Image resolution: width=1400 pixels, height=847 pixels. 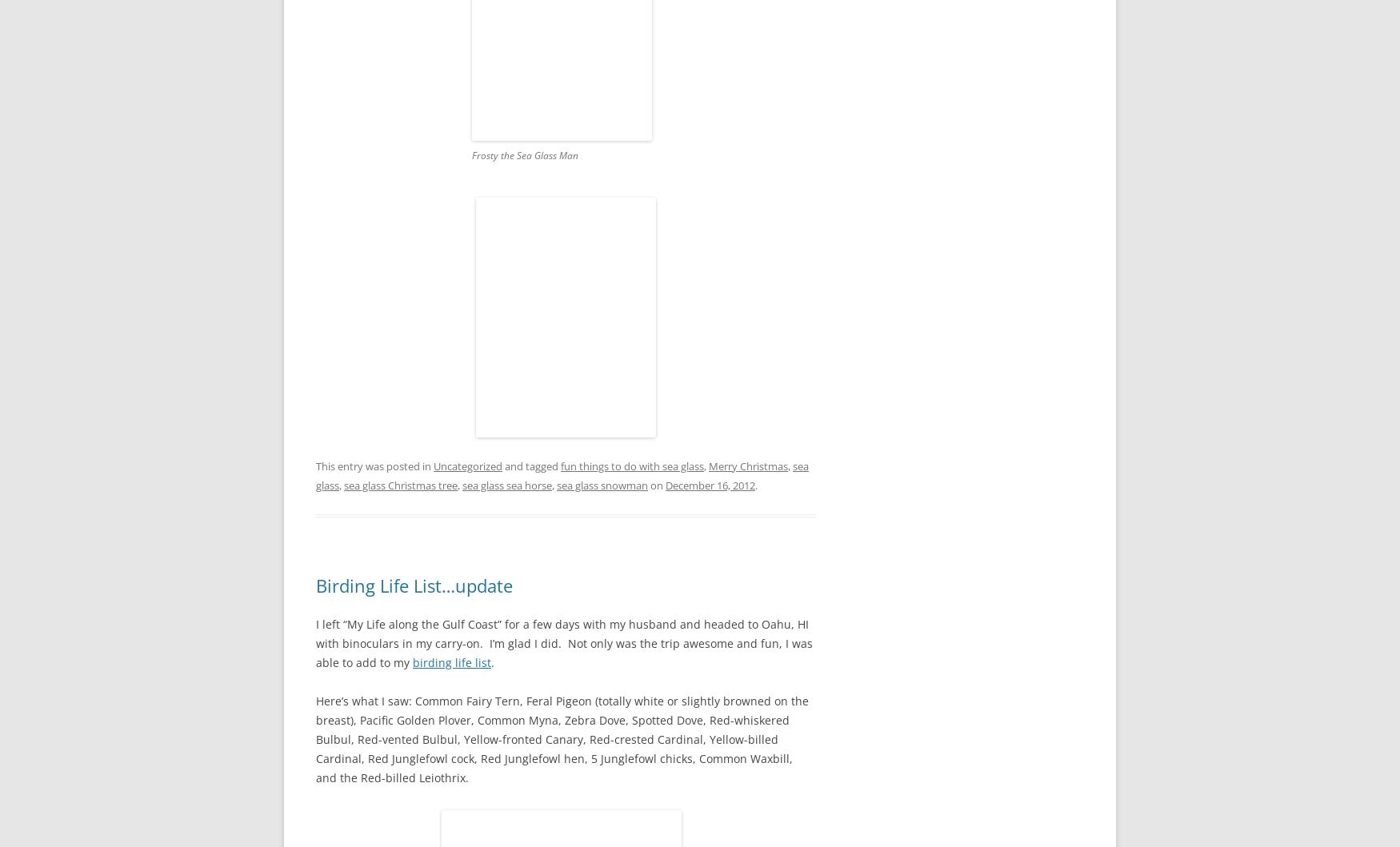 I want to click on 'December 16, 2012', so click(x=709, y=483).